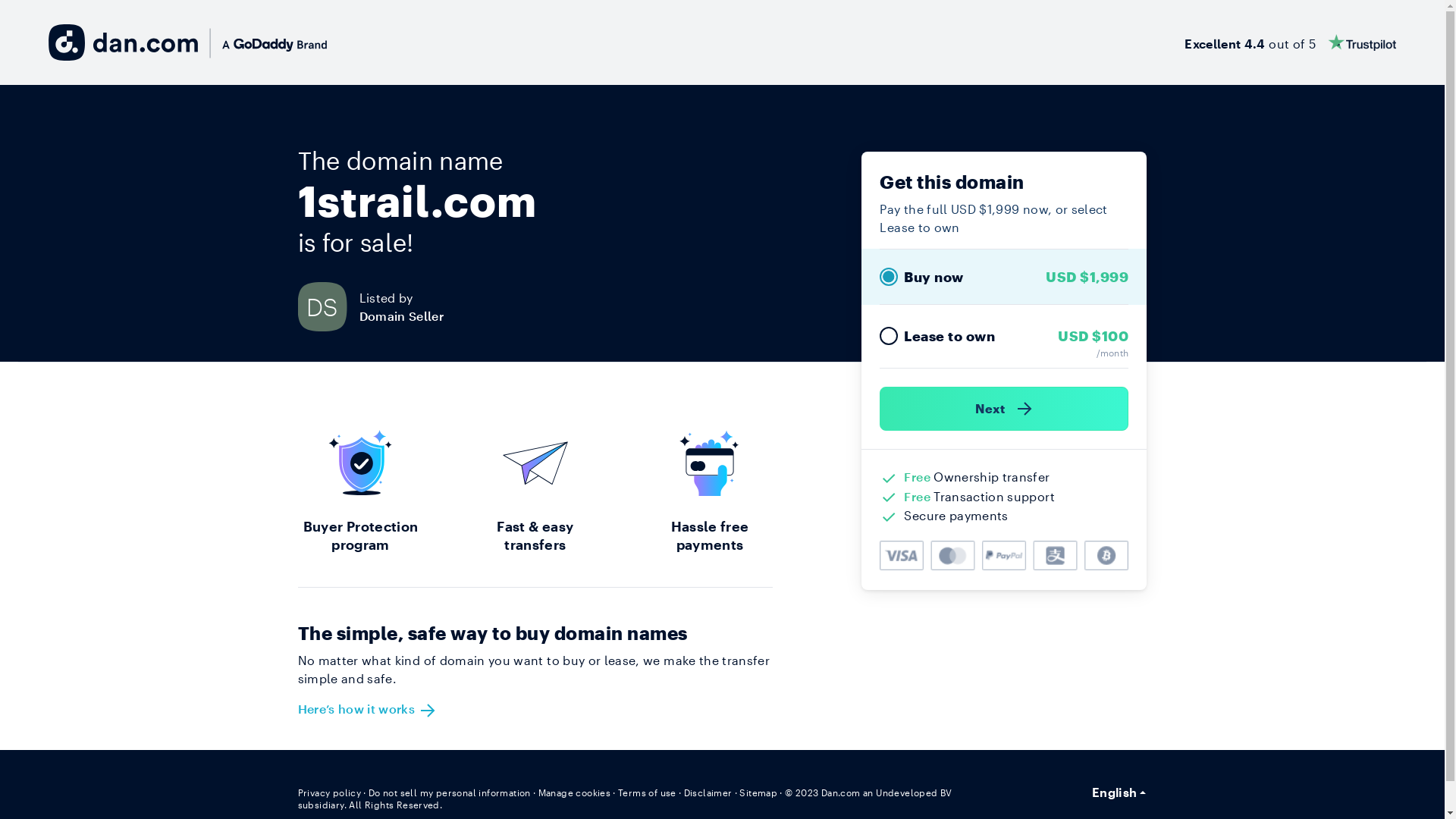 The image size is (1456, 819). What do you see at coordinates (297, 792) in the screenshot?
I see `'Privacy policy'` at bounding box center [297, 792].